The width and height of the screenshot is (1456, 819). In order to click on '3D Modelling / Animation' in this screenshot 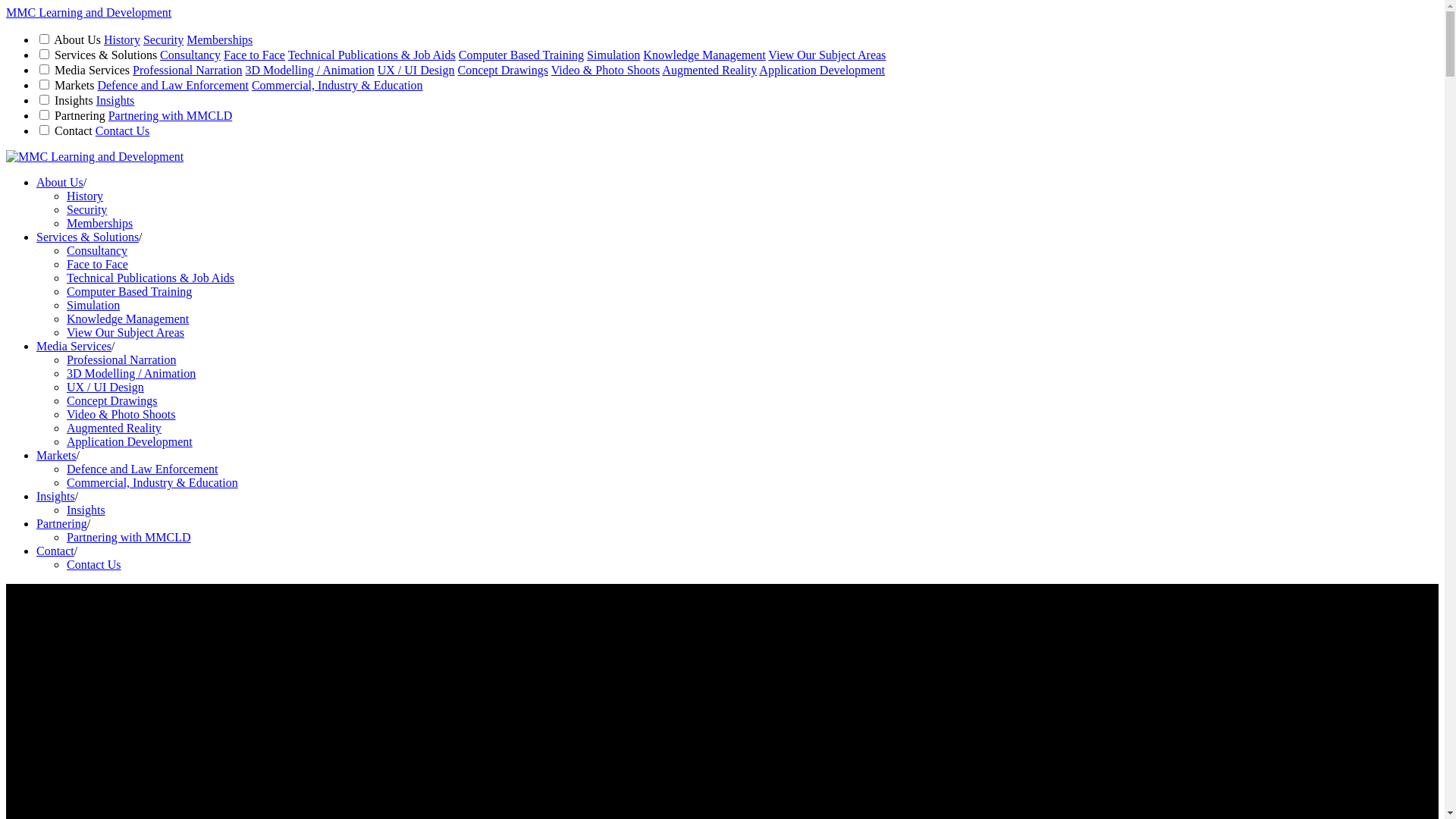, I will do `click(309, 70)`.